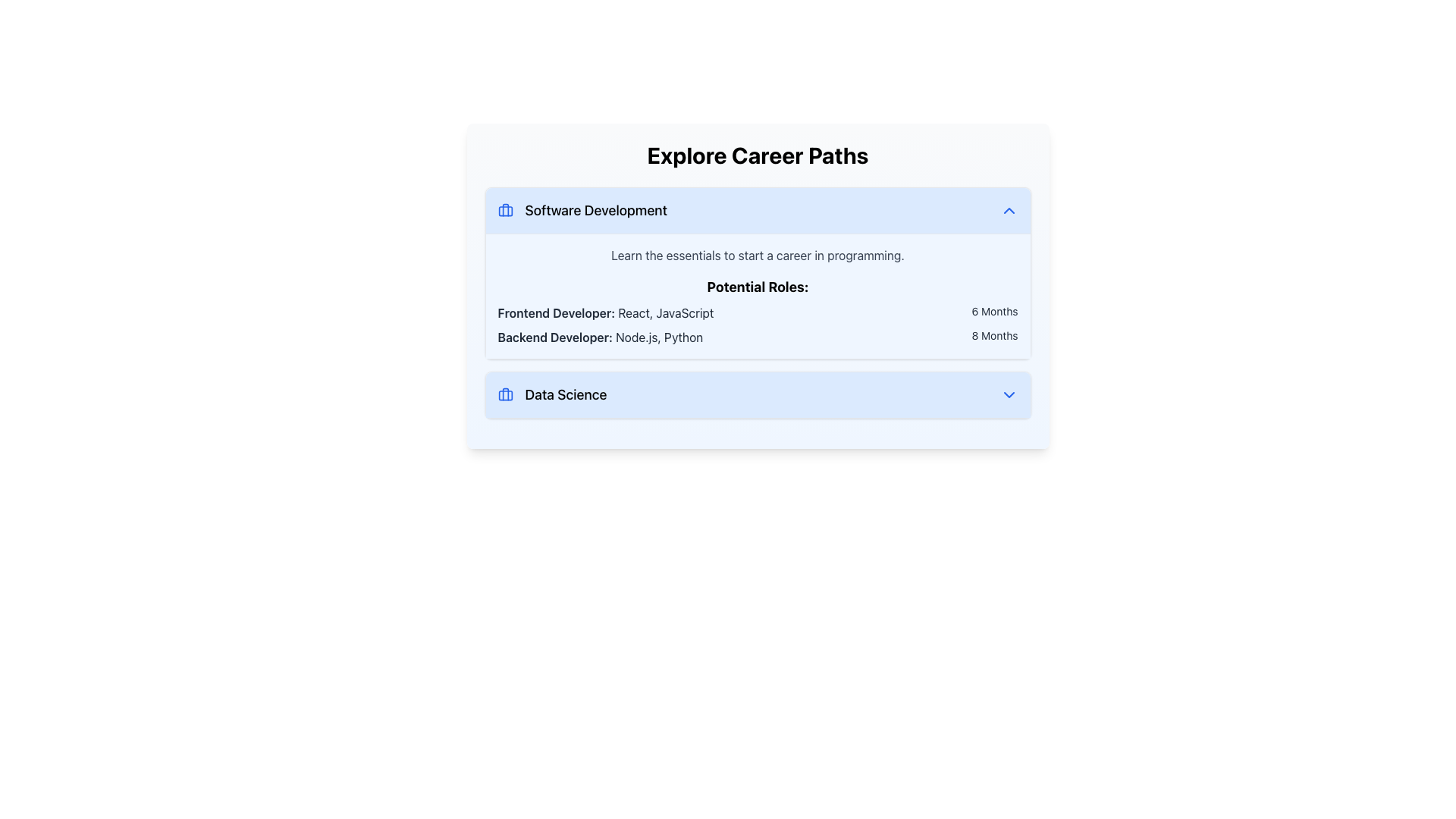 The width and height of the screenshot is (1456, 819). I want to click on the text label that indicates the duration associated with the 'Frontend Developer' role, located at the rightmost part of the layout adjacent to 'Frontend Developer: React, JavaScript', so click(994, 312).